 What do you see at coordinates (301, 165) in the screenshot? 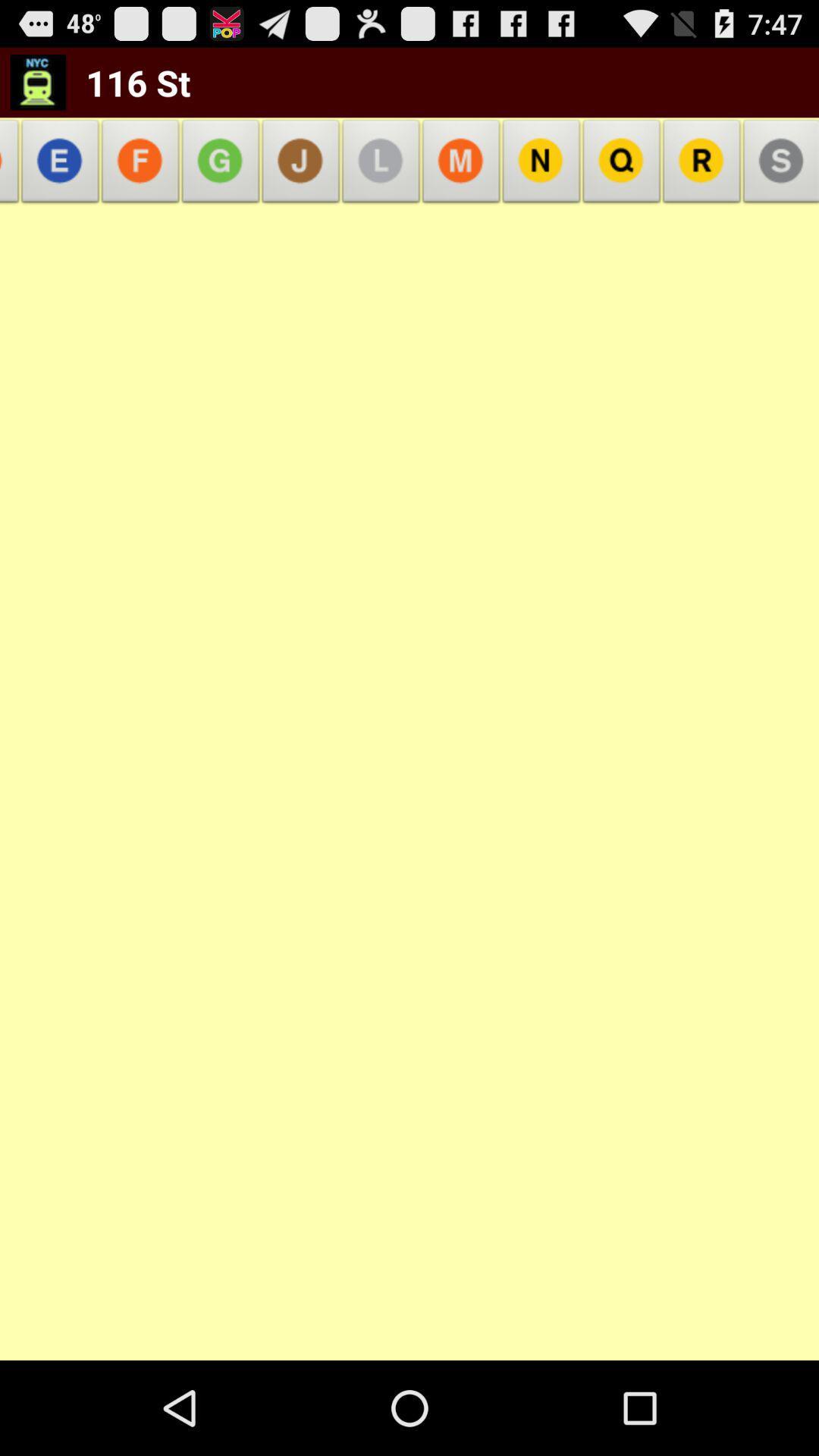
I see `the app to the right of 116 st app` at bounding box center [301, 165].